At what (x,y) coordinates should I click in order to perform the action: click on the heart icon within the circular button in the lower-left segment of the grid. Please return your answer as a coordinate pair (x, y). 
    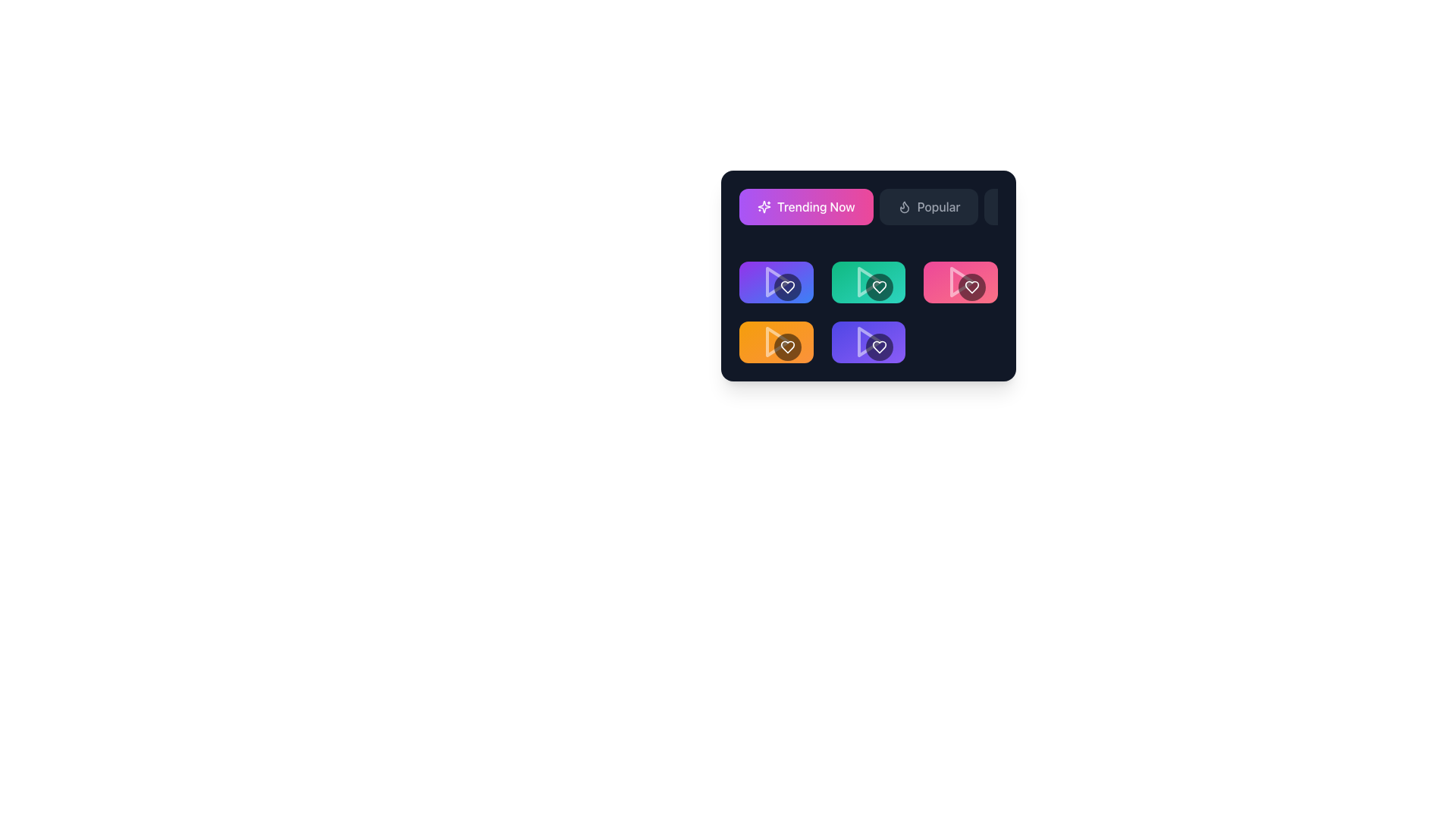
    Looking at the image, I should click on (787, 347).